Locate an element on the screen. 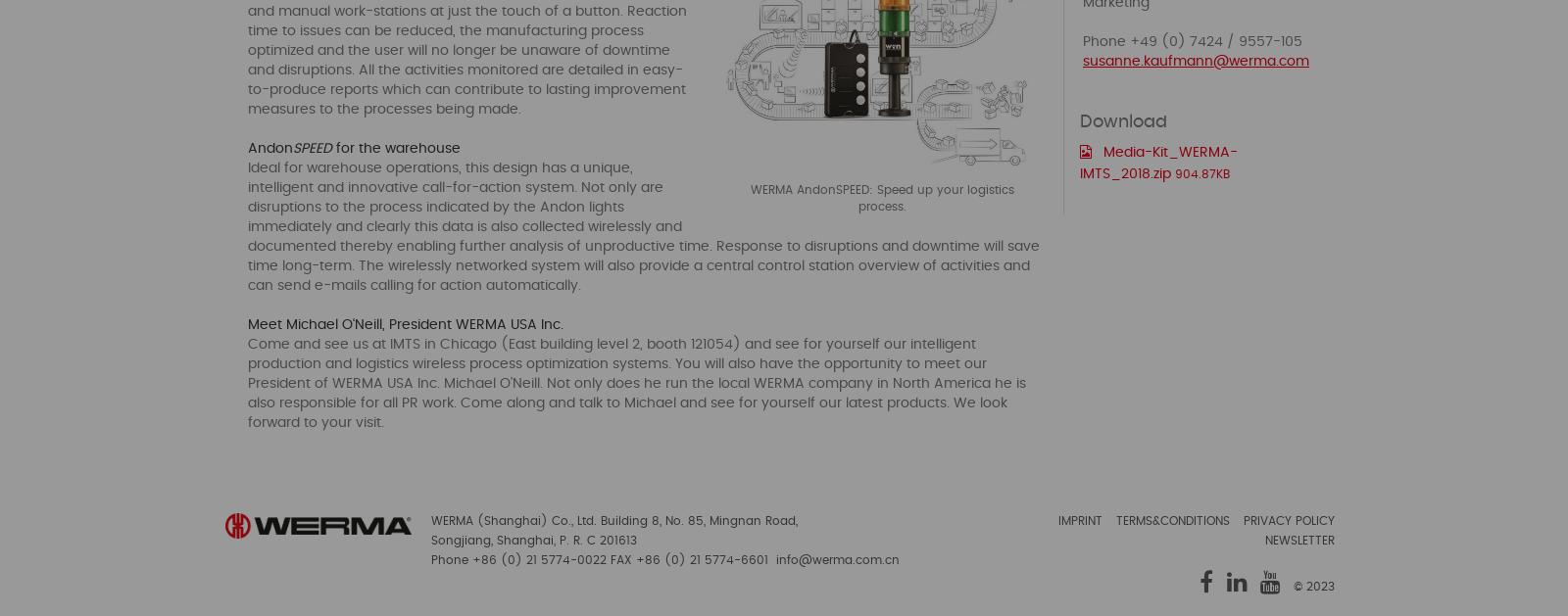 This screenshot has width=1568, height=616. 'WERMA AndonSPEED: Speed up your logistics process.' is located at coordinates (881, 196).